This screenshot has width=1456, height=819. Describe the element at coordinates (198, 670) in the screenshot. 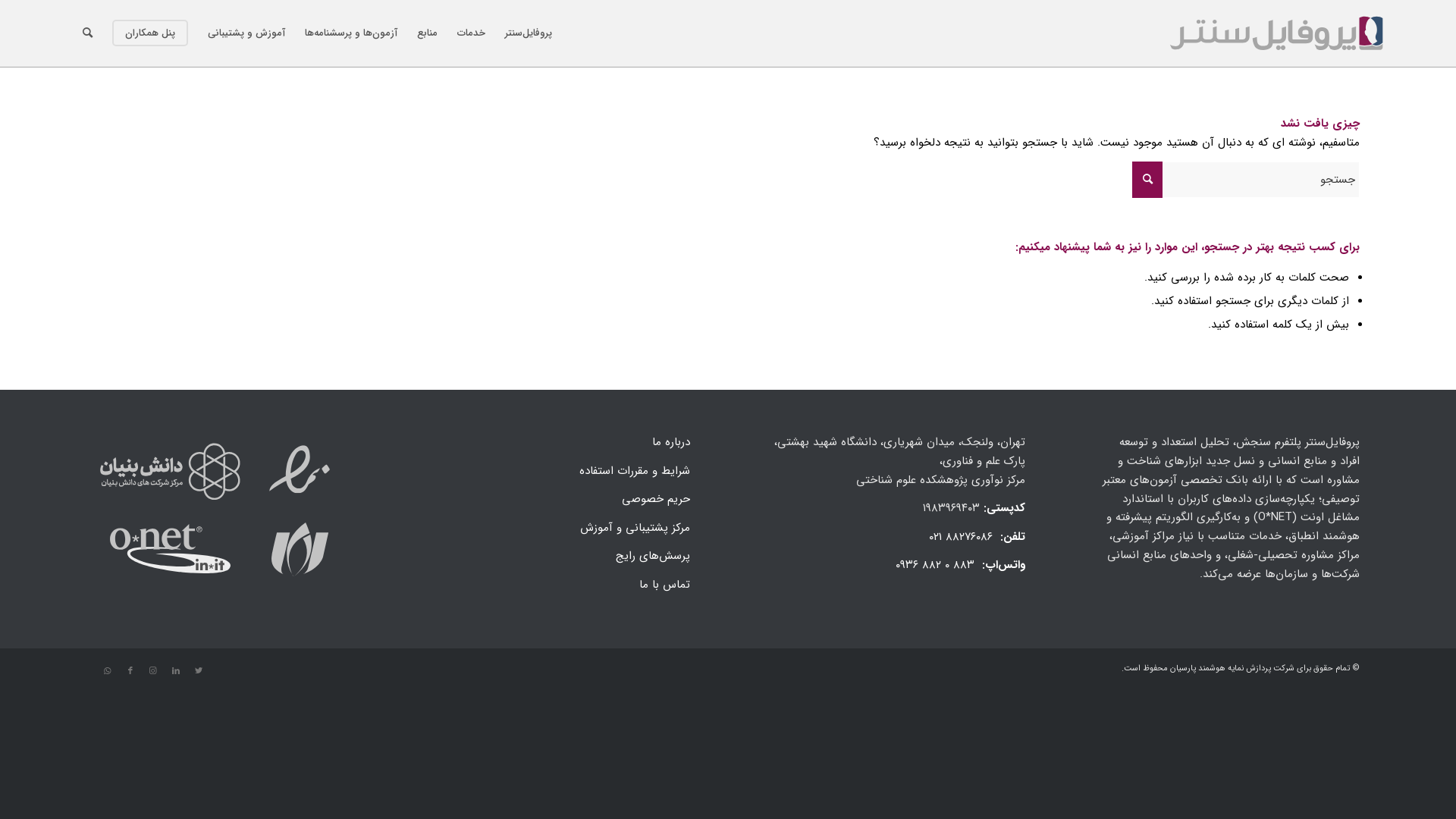

I see `'Twitter'` at that location.